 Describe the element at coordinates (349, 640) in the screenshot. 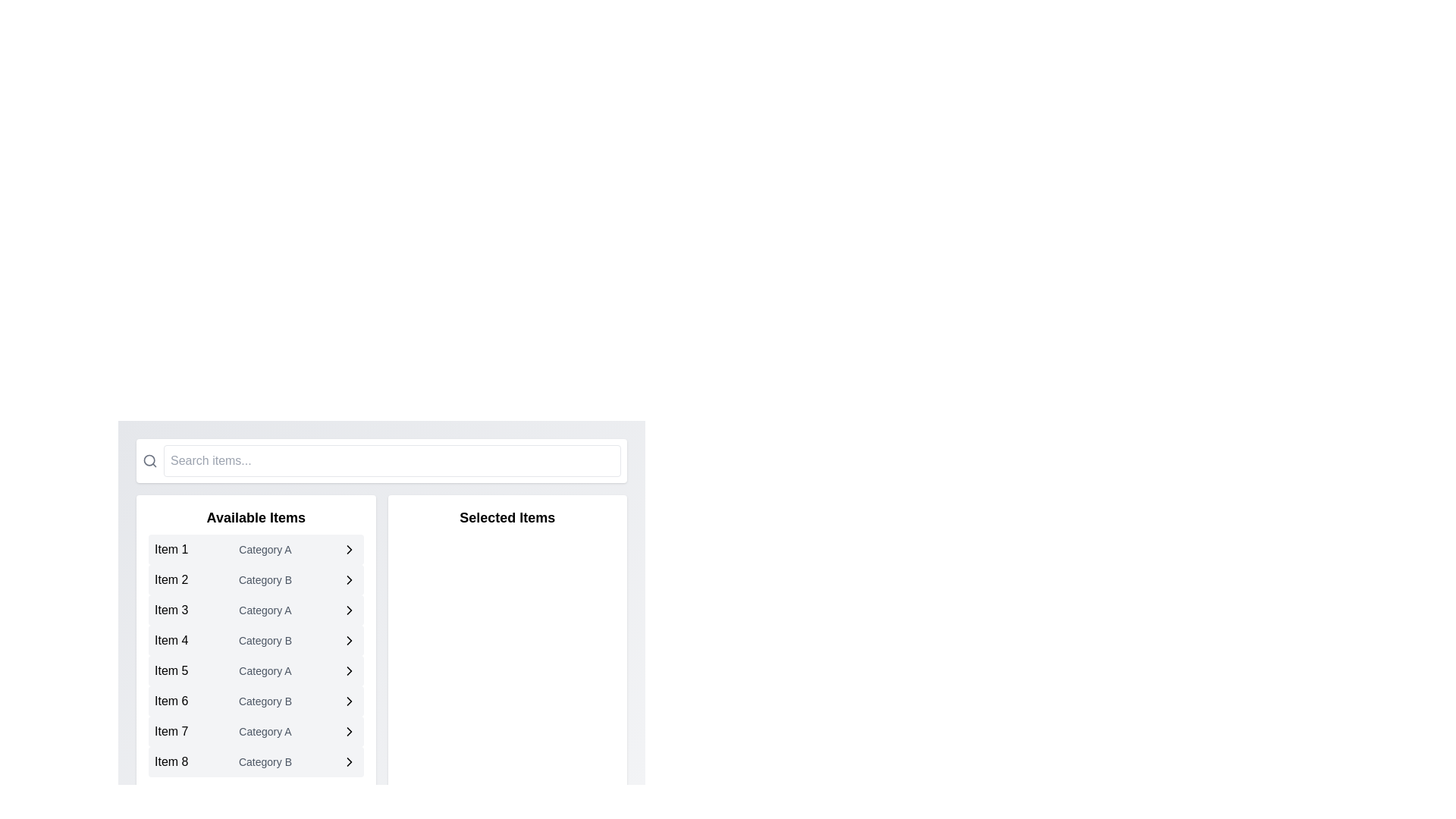

I see `the navigation arrow icon located as the rightmost component in the row for 'Item 4' and 'Category B' in the 'Available Items' list panel` at that location.